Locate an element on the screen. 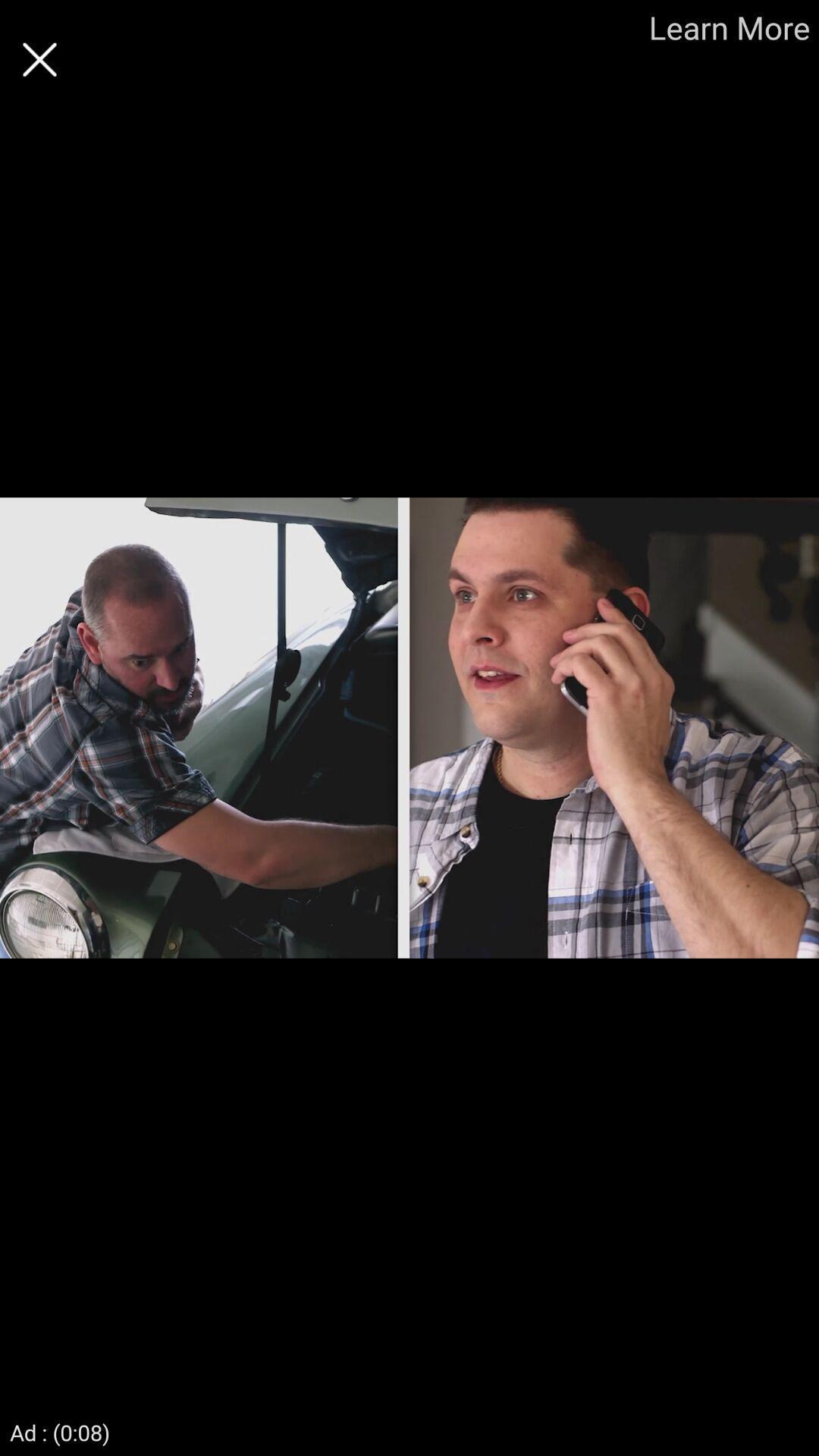  advertisement is located at coordinates (39, 59).